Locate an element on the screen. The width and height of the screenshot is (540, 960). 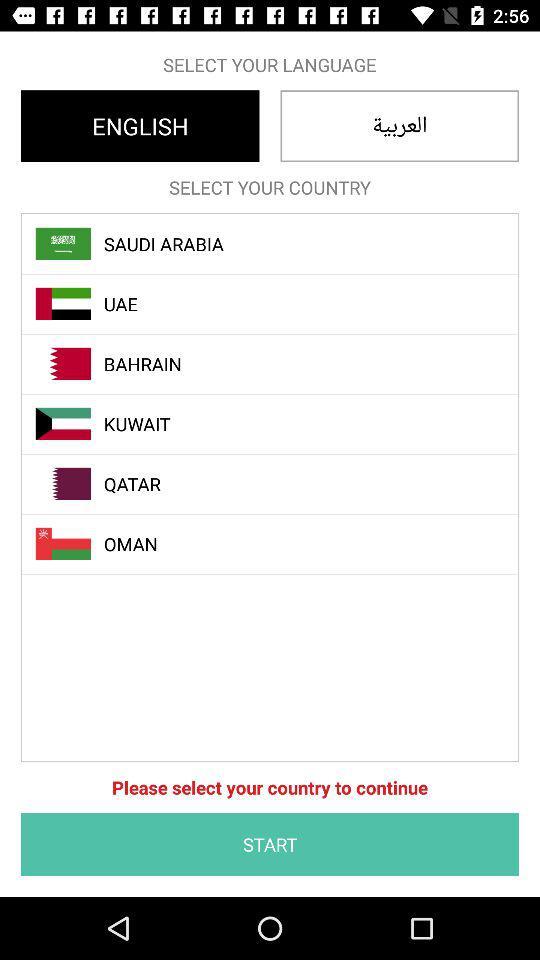
the item below the select your country icon is located at coordinates (280, 243).